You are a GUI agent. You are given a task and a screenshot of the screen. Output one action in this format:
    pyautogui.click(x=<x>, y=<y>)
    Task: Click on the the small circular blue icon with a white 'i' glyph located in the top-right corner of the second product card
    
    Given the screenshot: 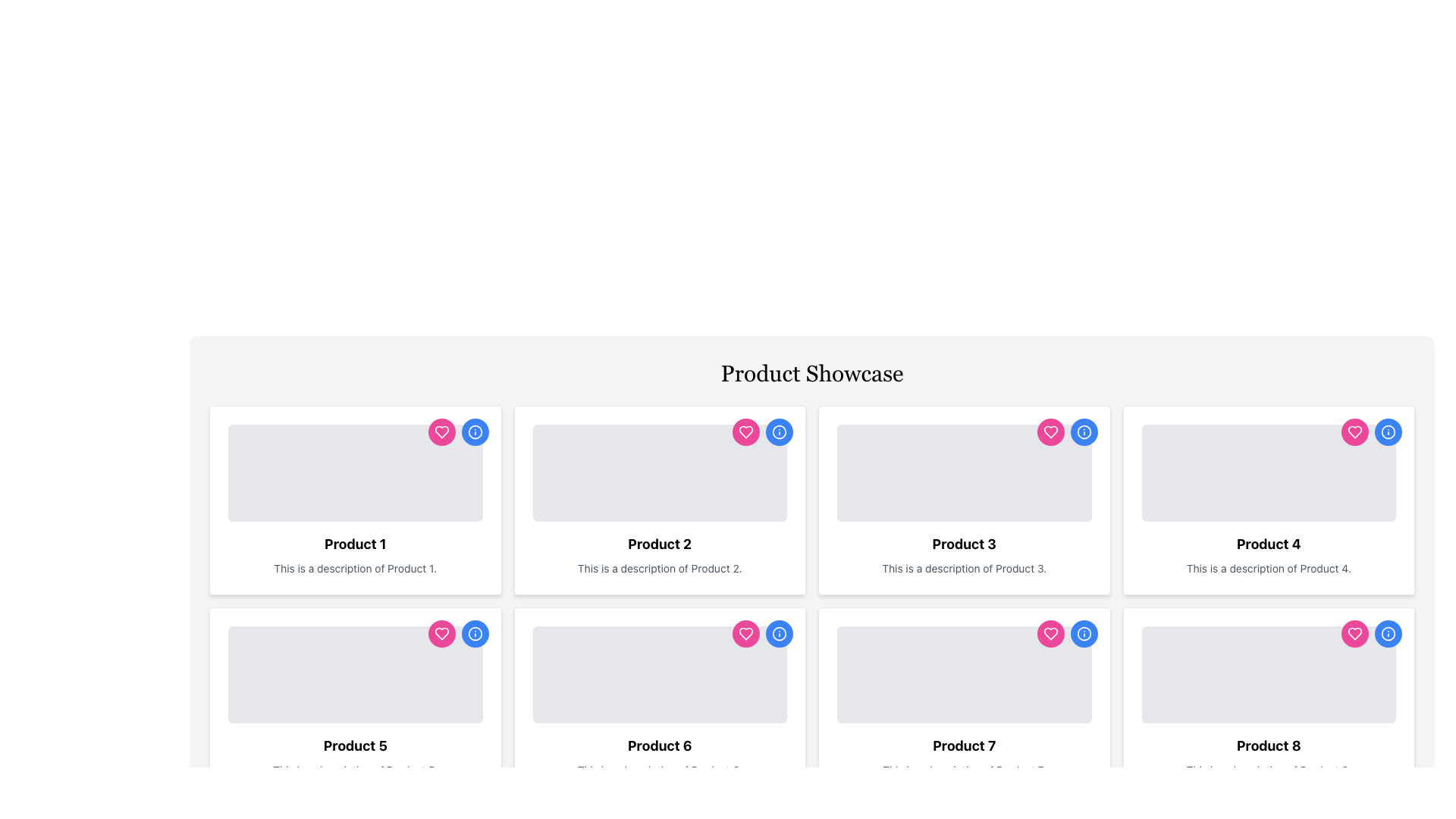 What is the action you would take?
    pyautogui.click(x=779, y=432)
    